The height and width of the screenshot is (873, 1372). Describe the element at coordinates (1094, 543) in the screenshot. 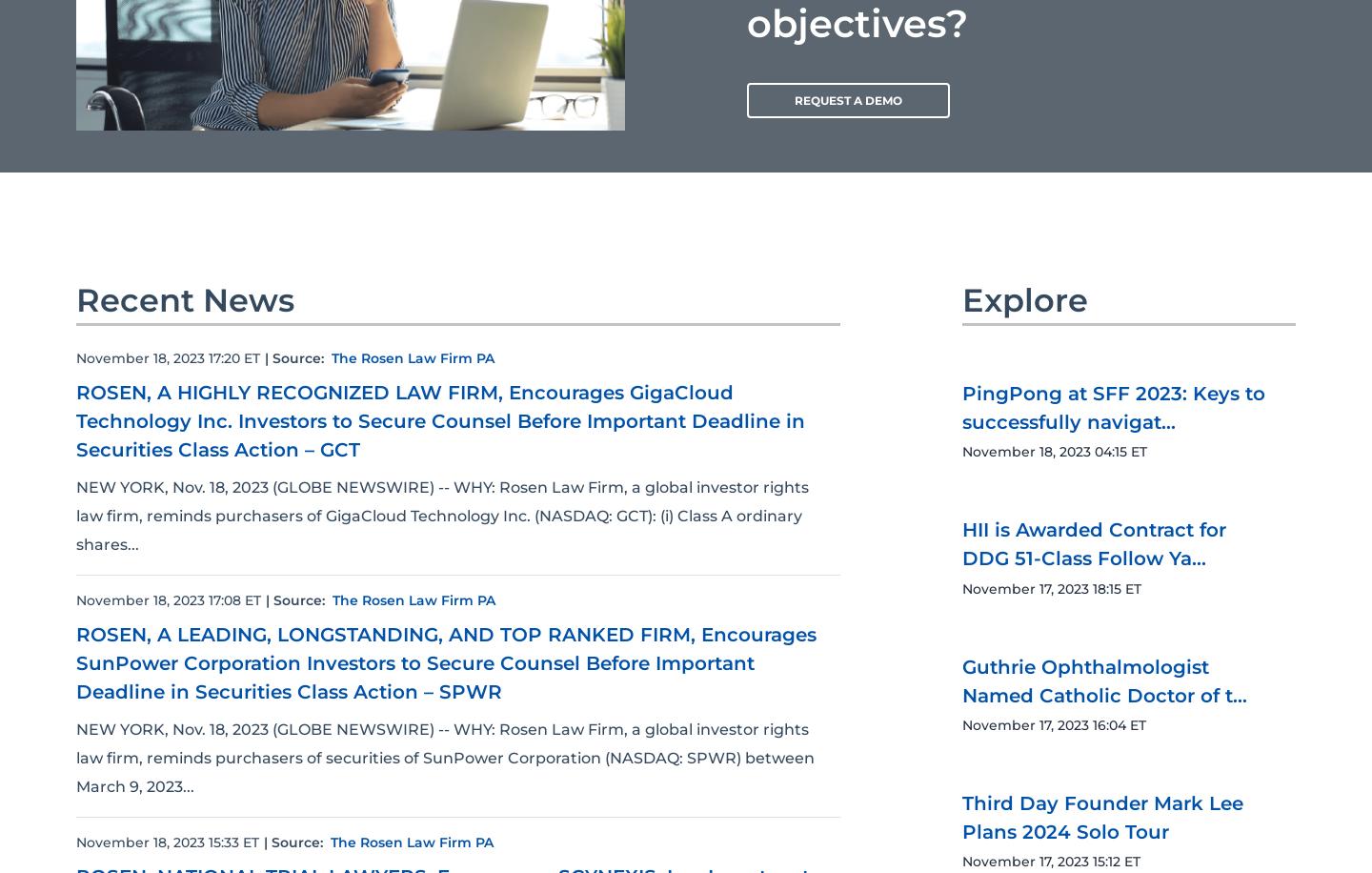

I see `'HII is Awarded Contract for DDG 51-Class Follow Ya...'` at that location.